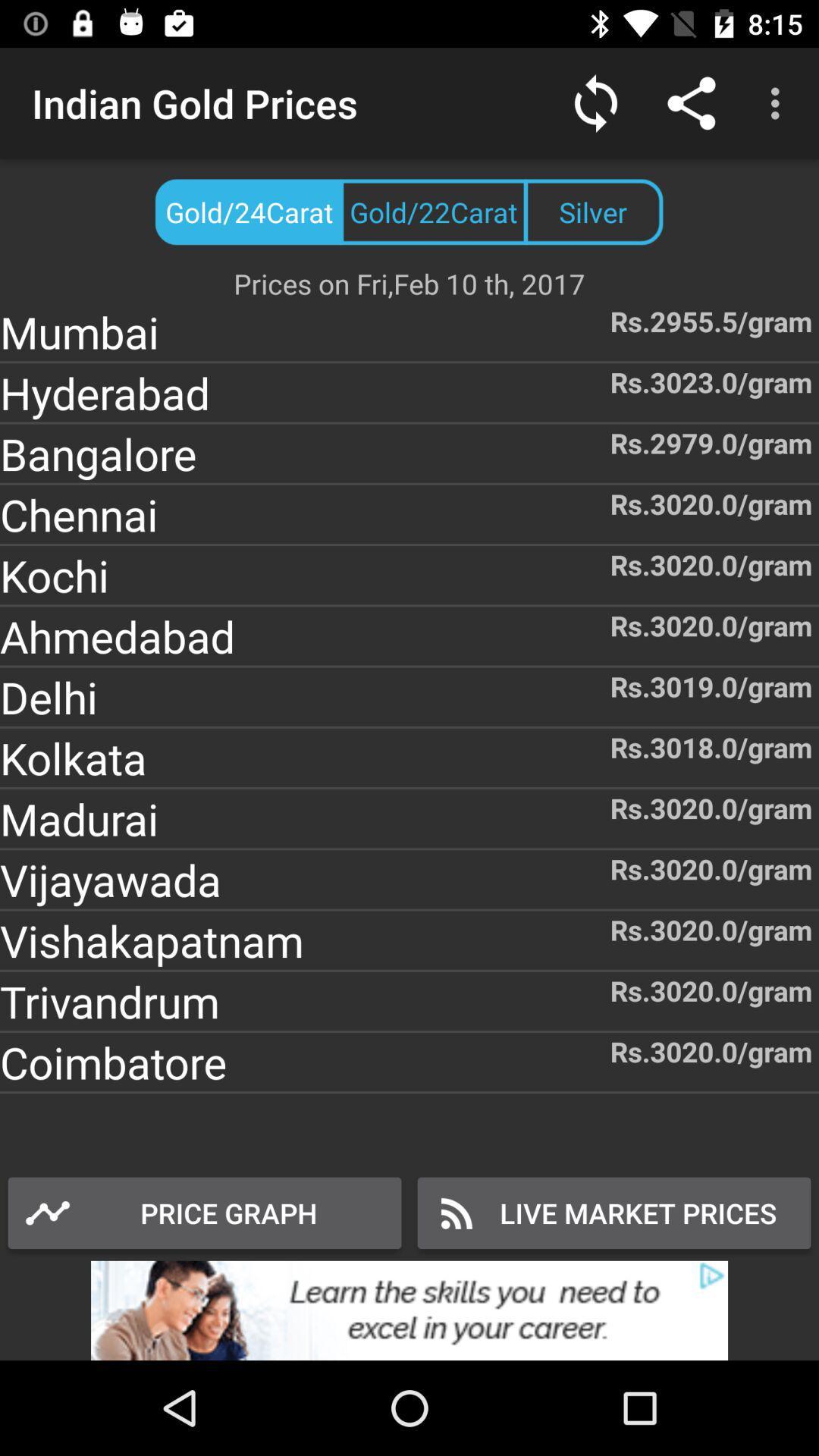  What do you see at coordinates (409, 1310) in the screenshot?
I see `advertisement` at bounding box center [409, 1310].